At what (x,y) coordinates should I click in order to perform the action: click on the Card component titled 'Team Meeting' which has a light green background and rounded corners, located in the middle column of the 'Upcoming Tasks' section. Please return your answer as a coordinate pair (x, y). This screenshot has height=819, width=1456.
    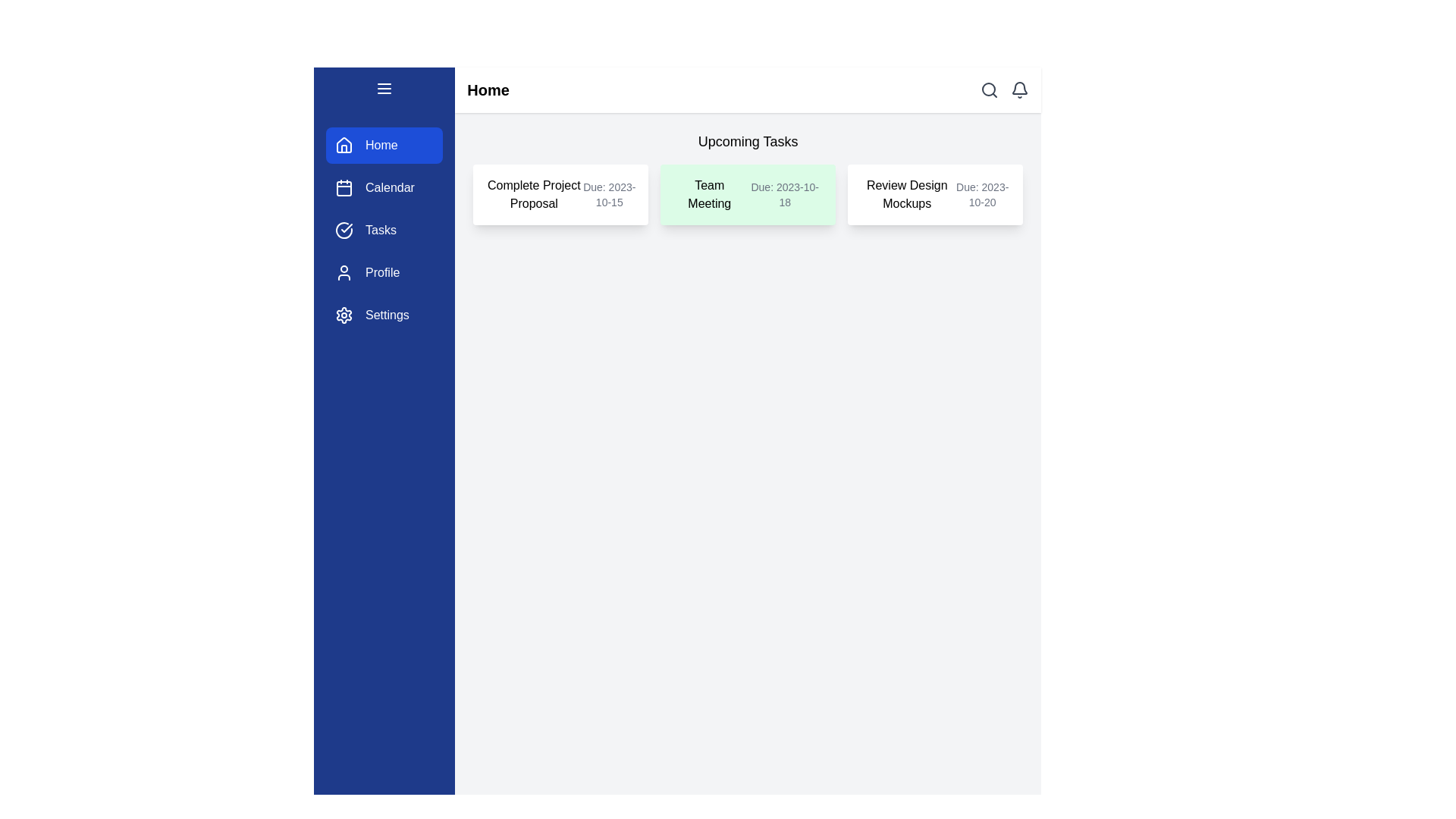
    Looking at the image, I should click on (748, 194).